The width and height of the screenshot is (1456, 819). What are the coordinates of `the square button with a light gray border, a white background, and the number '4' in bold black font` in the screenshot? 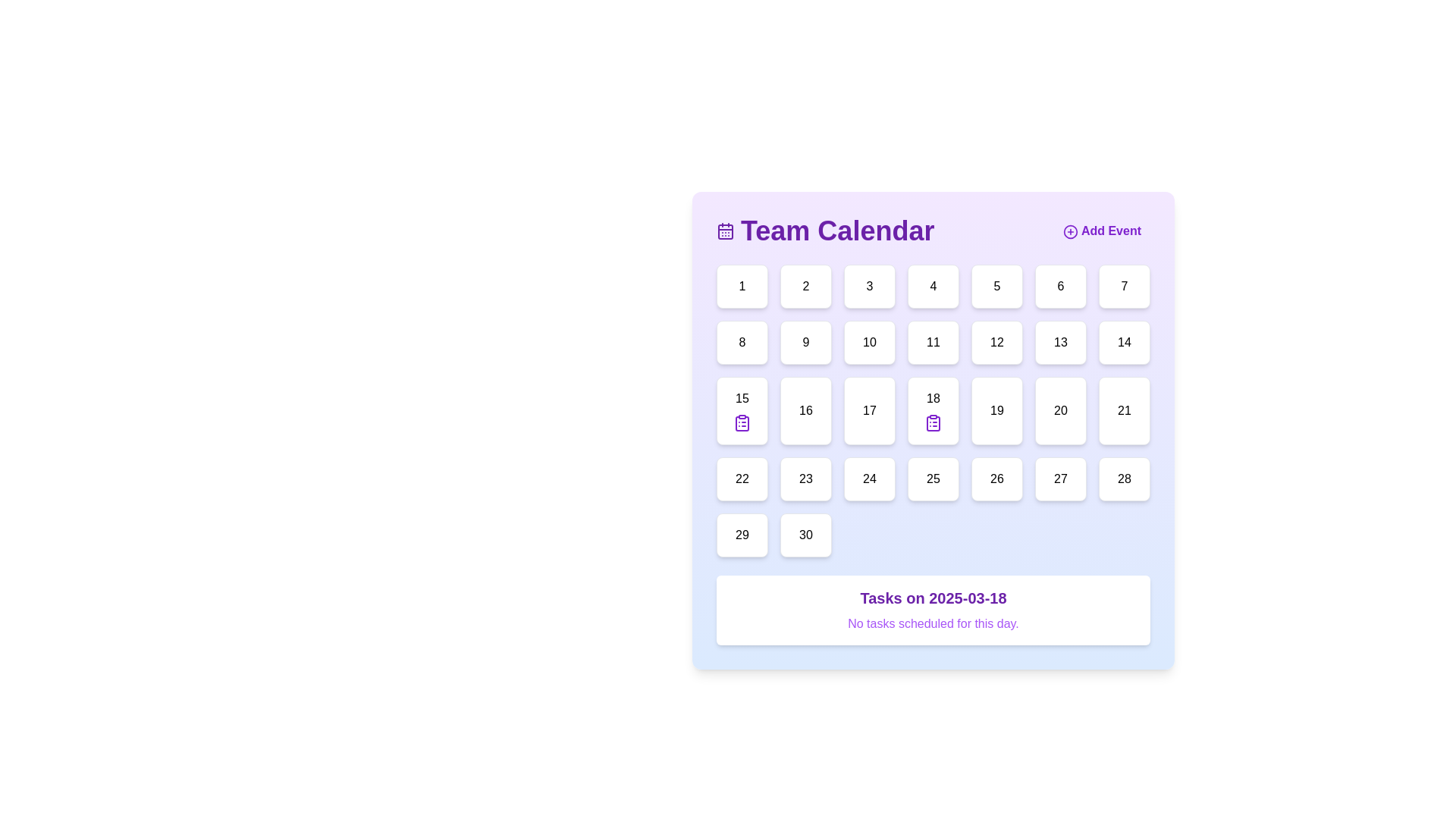 It's located at (932, 287).